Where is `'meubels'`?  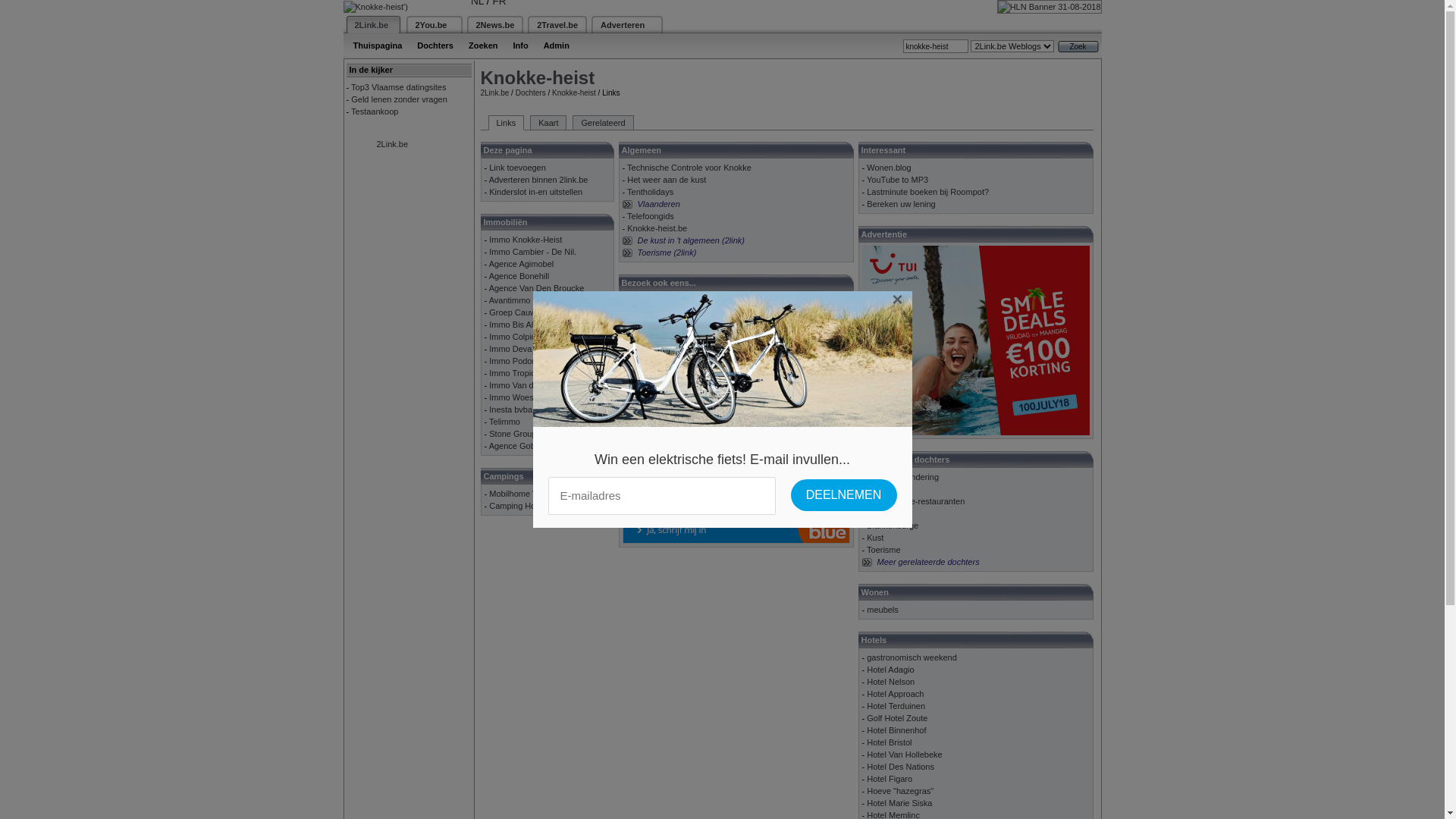
'meubels' is located at coordinates (882, 608).